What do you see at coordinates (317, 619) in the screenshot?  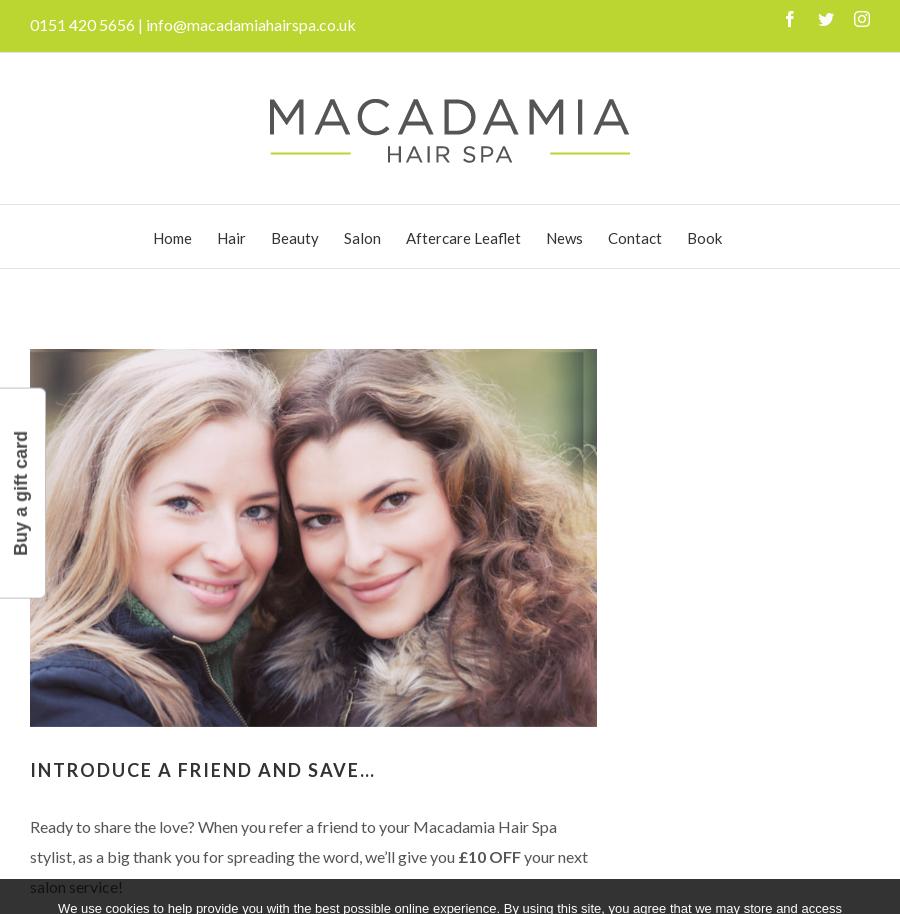 I see `'Make-up'` at bounding box center [317, 619].